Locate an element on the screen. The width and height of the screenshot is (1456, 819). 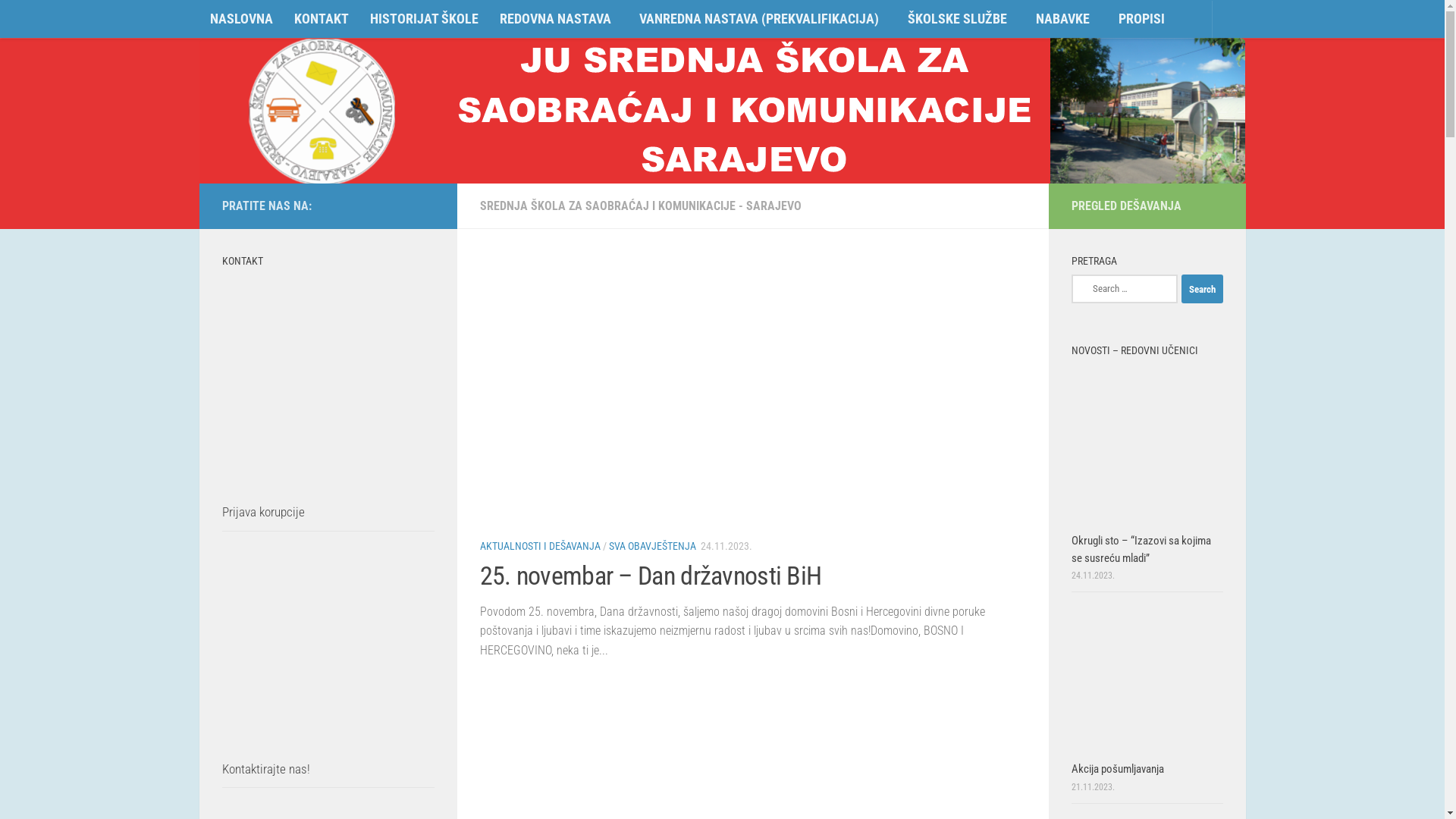
'VANREDNA NASTAVA (PREKVALIFIKACIJA)' is located at coordinates (763, 19).